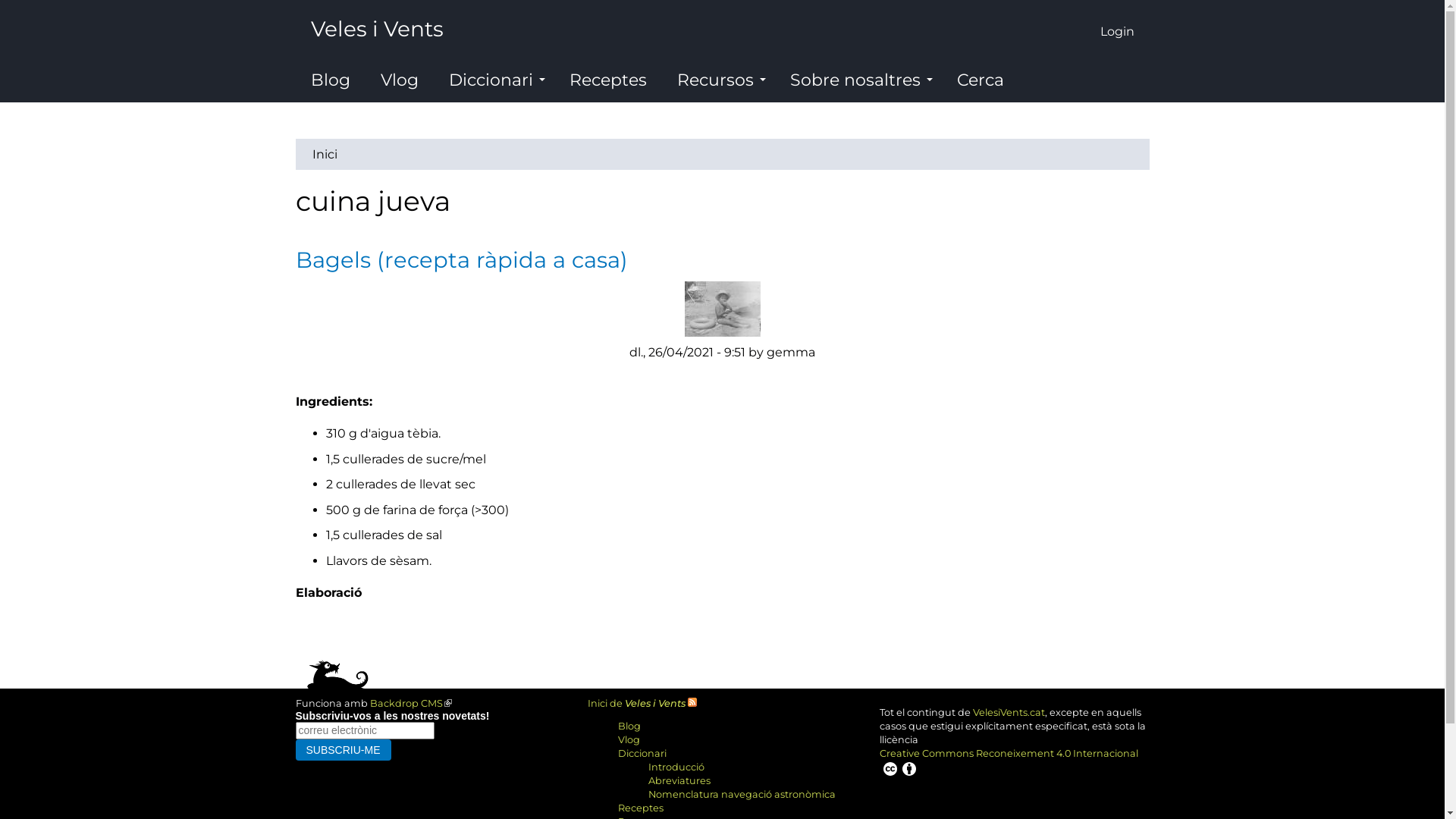 The image size is (1456, 819). Describe the element at coordinates (972, 712) in the screenshot. I see `'VelesiVents.cat'` at that location.